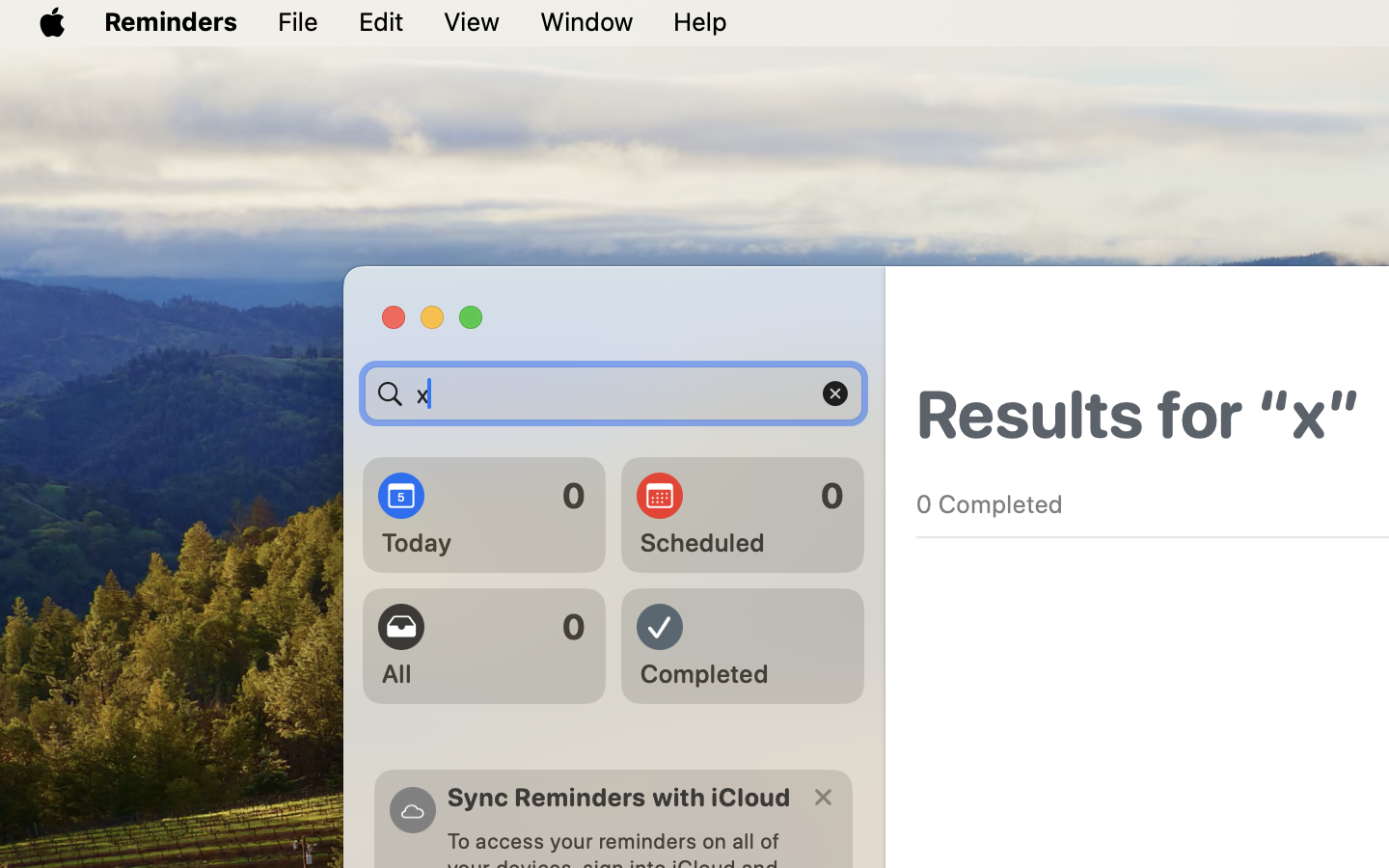 This screenshot has width=1389, height=868. Describe the element at coordinates (990, 502) in the screenshot. I see `'0 Completed'` at that location.